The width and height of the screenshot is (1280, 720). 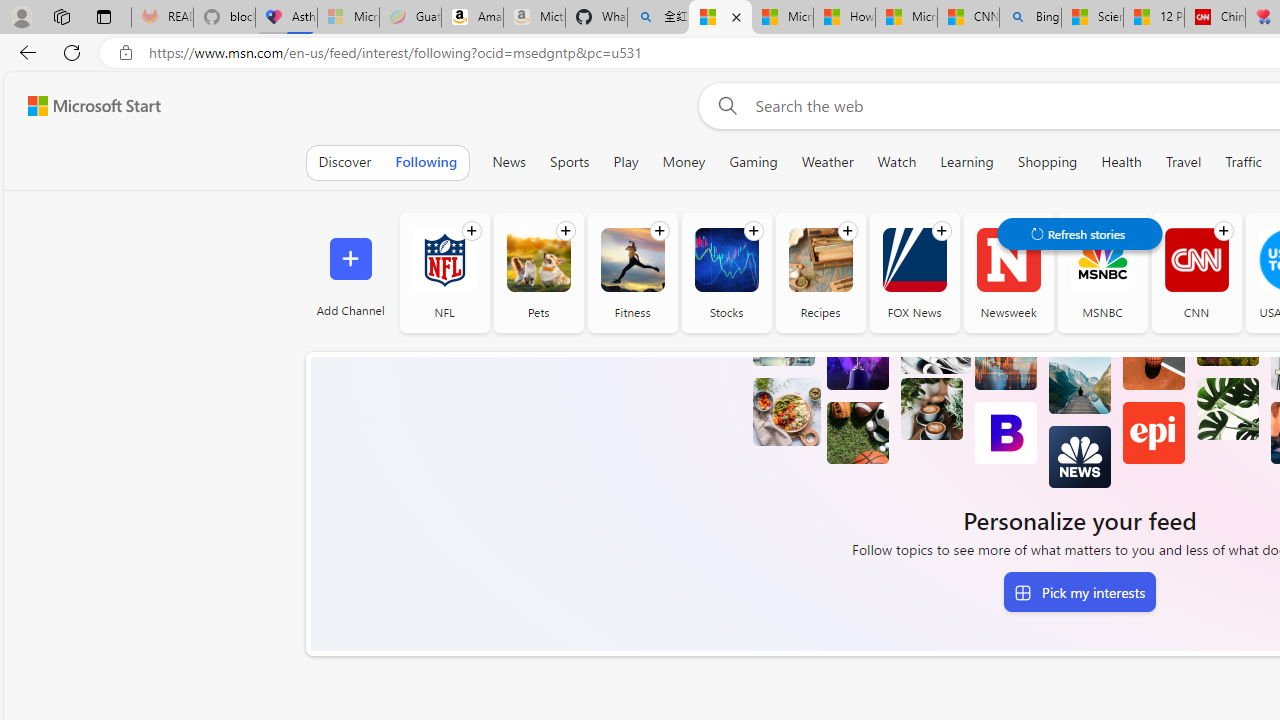 I want to click on 'Recipes', so click(x=820, y=259).